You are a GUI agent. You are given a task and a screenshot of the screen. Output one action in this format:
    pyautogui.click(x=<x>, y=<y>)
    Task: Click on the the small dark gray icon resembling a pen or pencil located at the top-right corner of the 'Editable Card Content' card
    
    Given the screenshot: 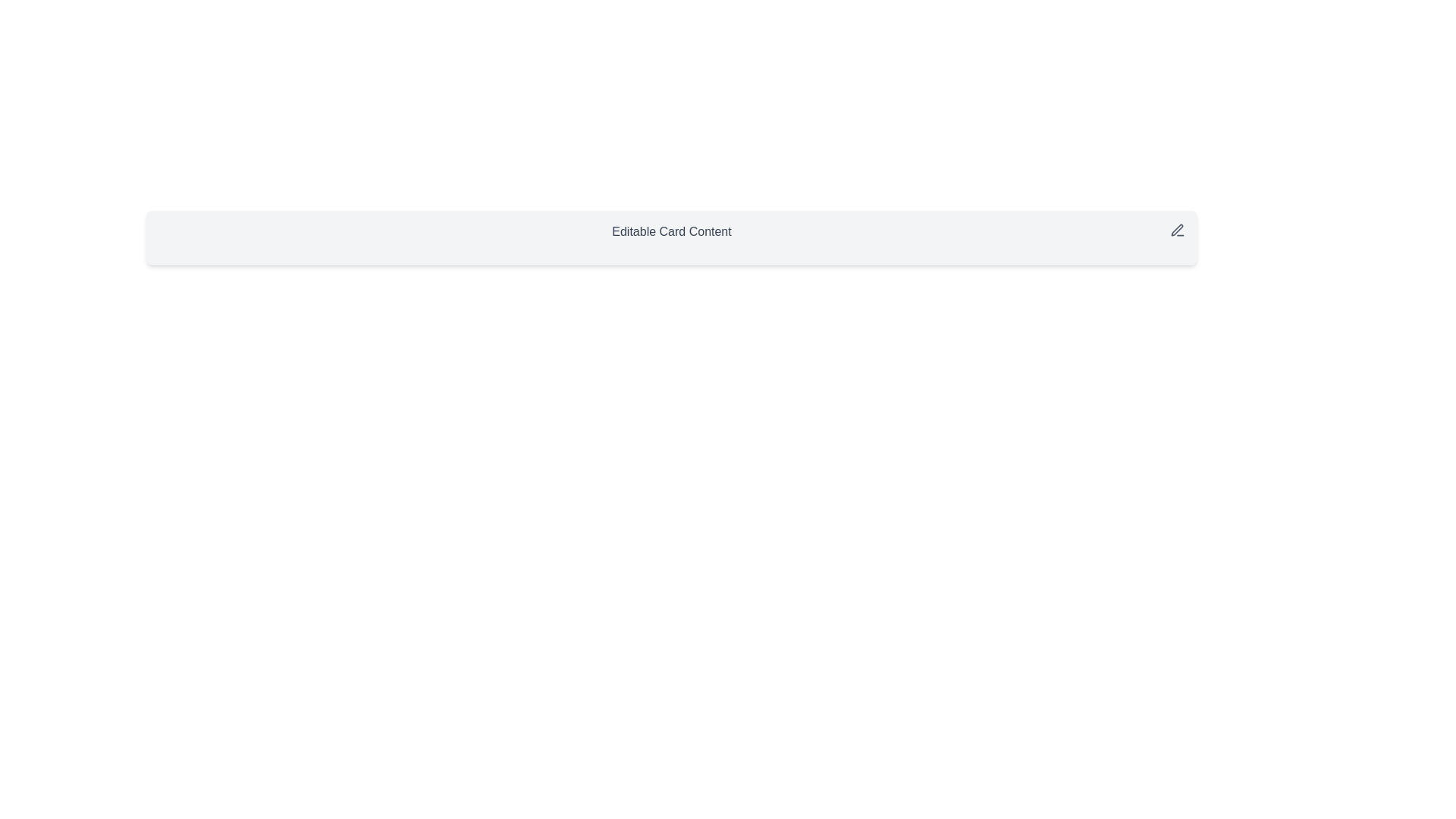 What is the action you would take?
    pyautogui.click(x=1177, y=231)
    